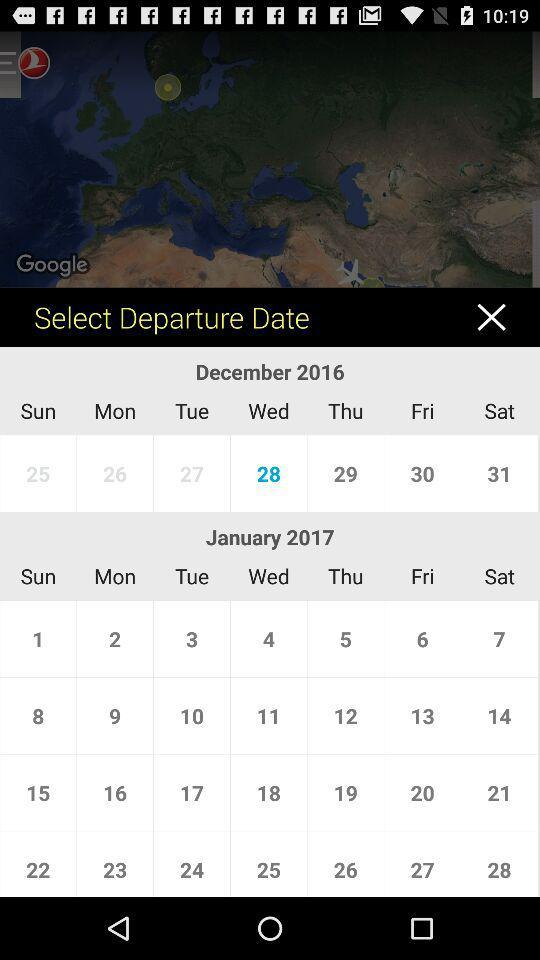  I want to click on the close icon, so click(500, 339).